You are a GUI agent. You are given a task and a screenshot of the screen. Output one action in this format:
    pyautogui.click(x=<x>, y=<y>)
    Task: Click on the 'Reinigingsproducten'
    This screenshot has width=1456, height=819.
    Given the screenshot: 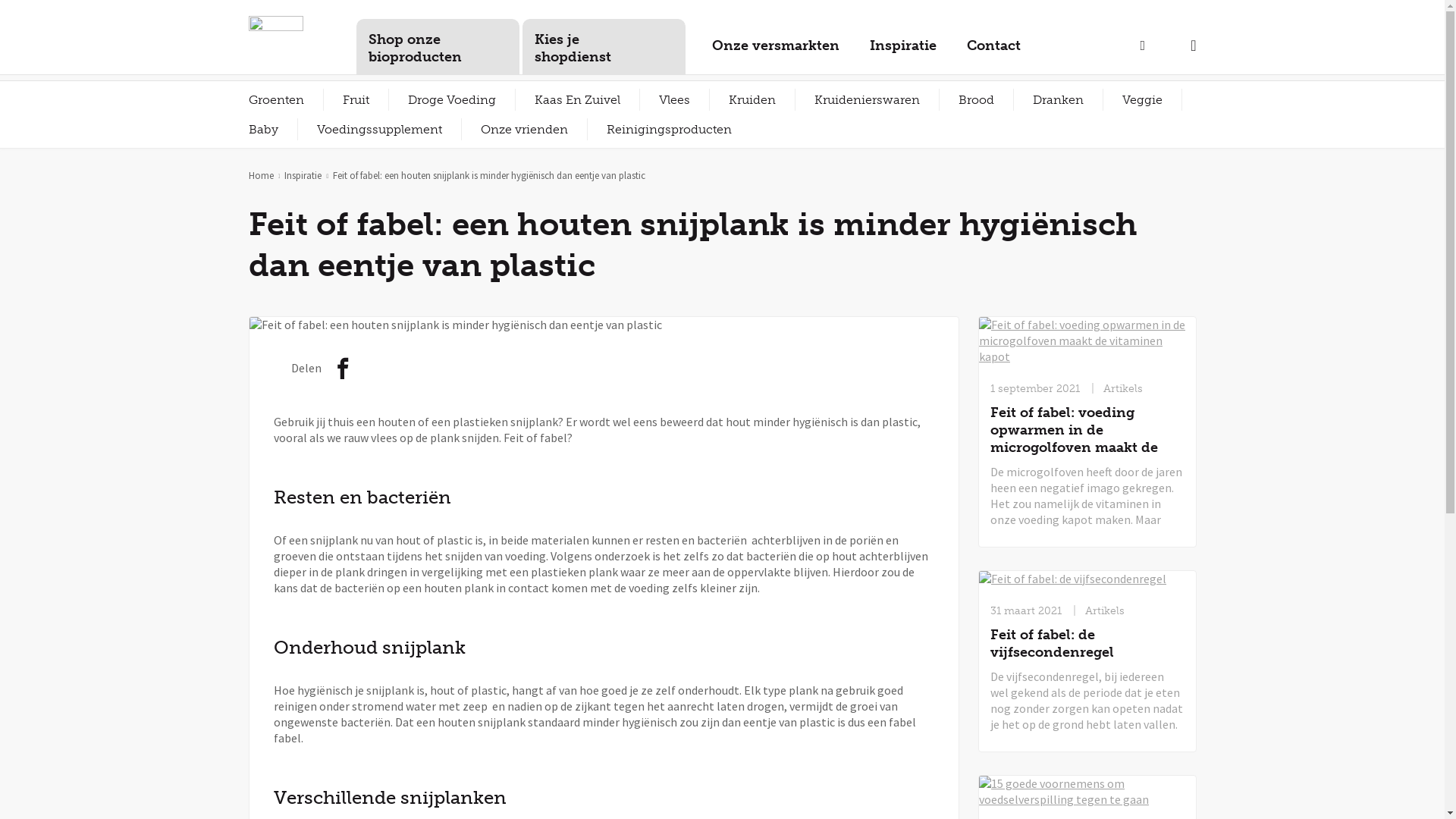 What is the action you would take?
    pyautogui.click(x=585, y=128)
    